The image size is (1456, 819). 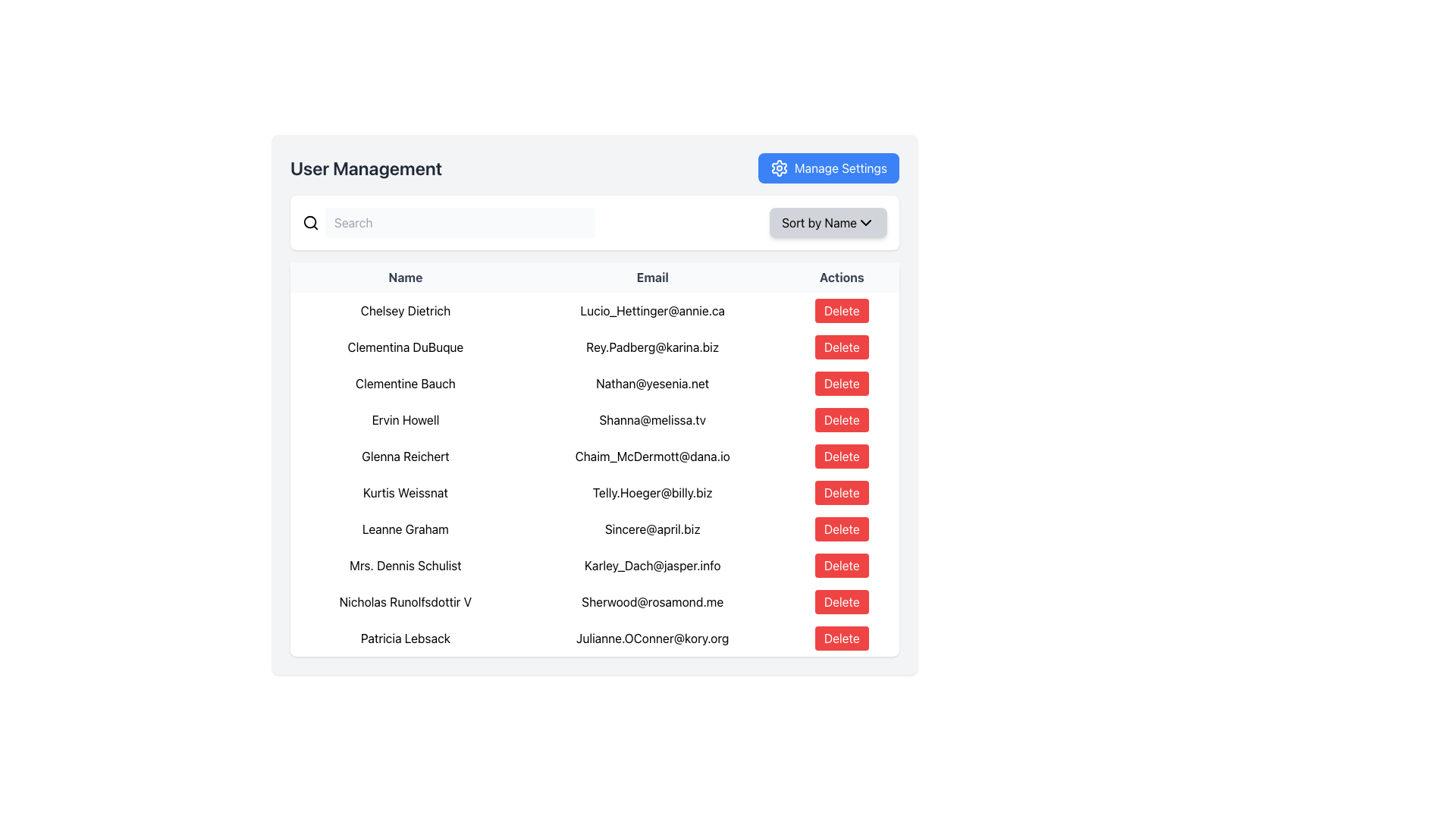 I want to click on the delete button in the 'Actions' column associated with the row of 'Chaim_McDermott@dana.io' and 'Glenna Reichert', so click(x=841, y=455).